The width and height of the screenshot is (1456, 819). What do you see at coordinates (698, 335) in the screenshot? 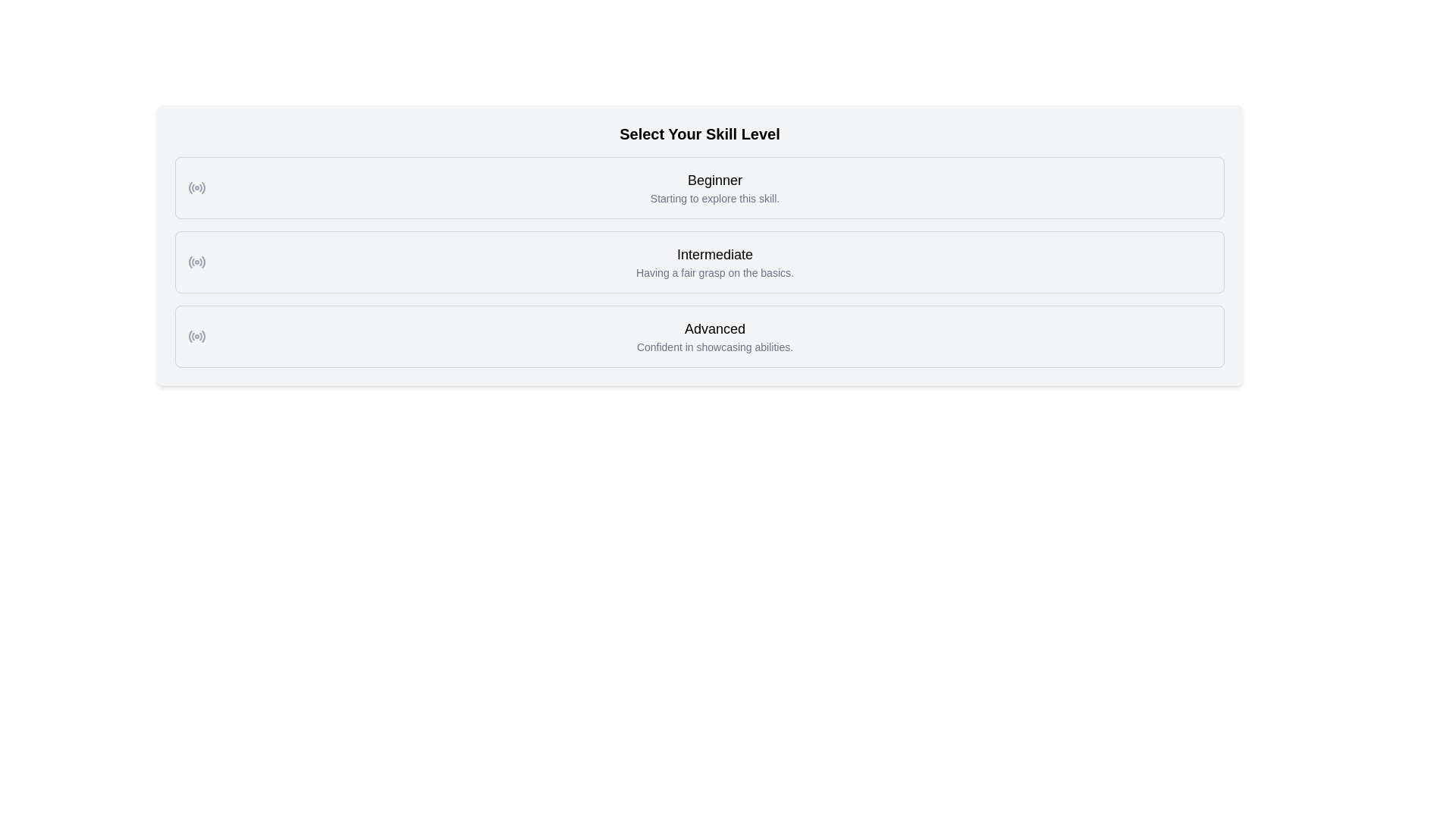
I see `the selectable option labeled 'Advanced' which features a grey radio button icon and the text 'Confident in showcasing abilities.'` at bounding box center [698, 335].